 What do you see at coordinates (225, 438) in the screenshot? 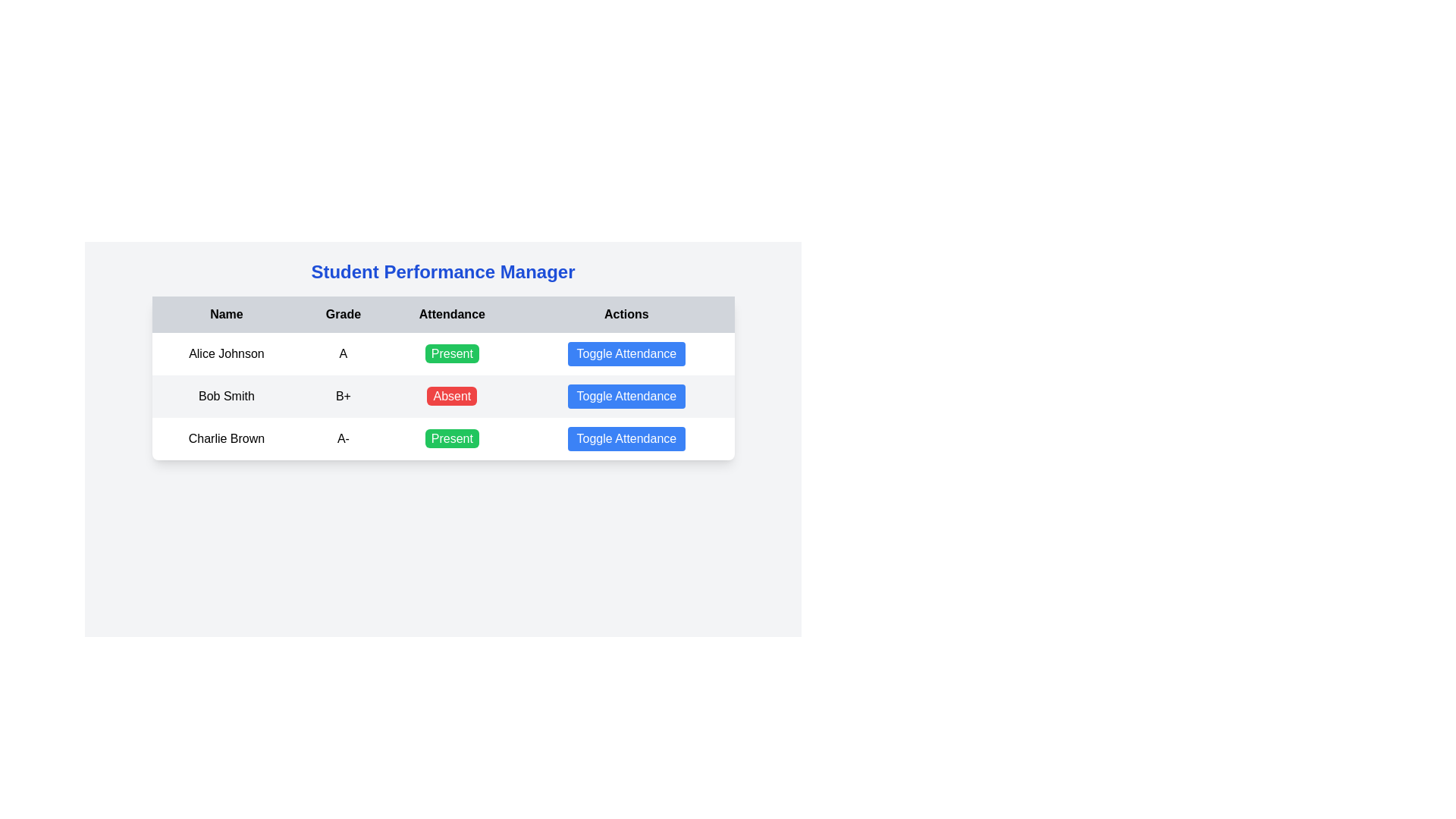
I see `the text label 'Charlie Brown' located in the first column and third row of a table, which is displayed in a bold font style and centered horizontally` at bounding box center [225, 438].